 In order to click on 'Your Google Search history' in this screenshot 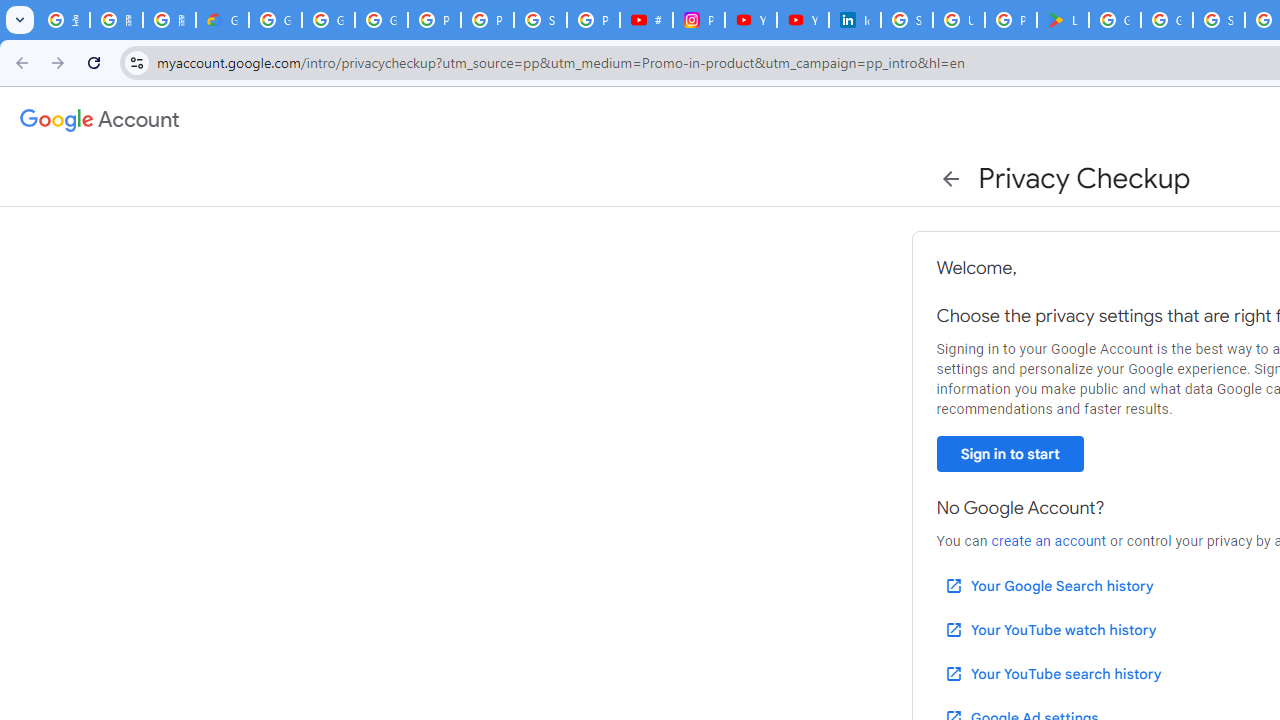, I will do `click(1047, 585)`.